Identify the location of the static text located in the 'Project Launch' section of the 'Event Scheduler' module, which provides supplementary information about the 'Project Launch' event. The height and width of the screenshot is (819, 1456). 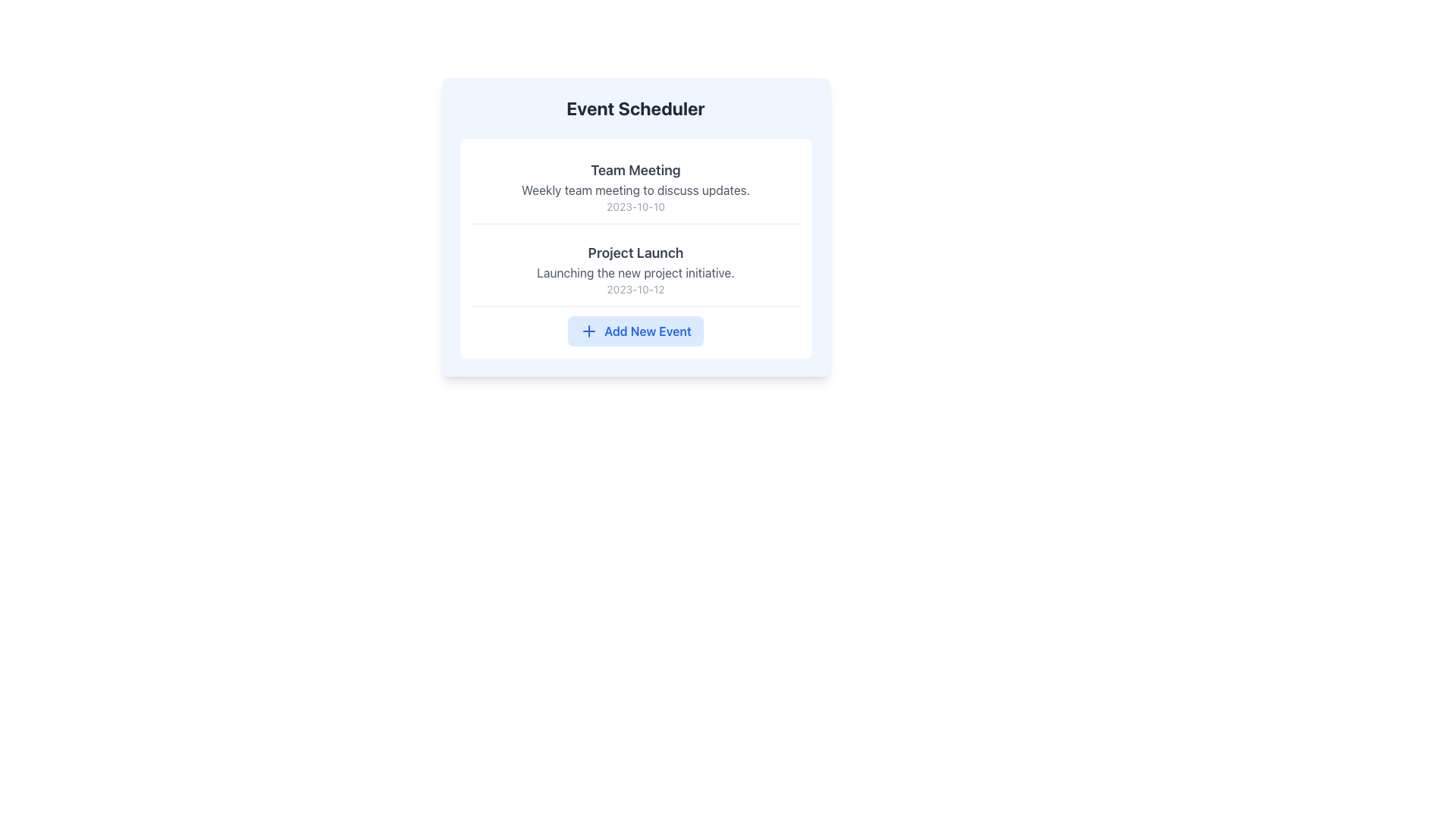
(635, 271).